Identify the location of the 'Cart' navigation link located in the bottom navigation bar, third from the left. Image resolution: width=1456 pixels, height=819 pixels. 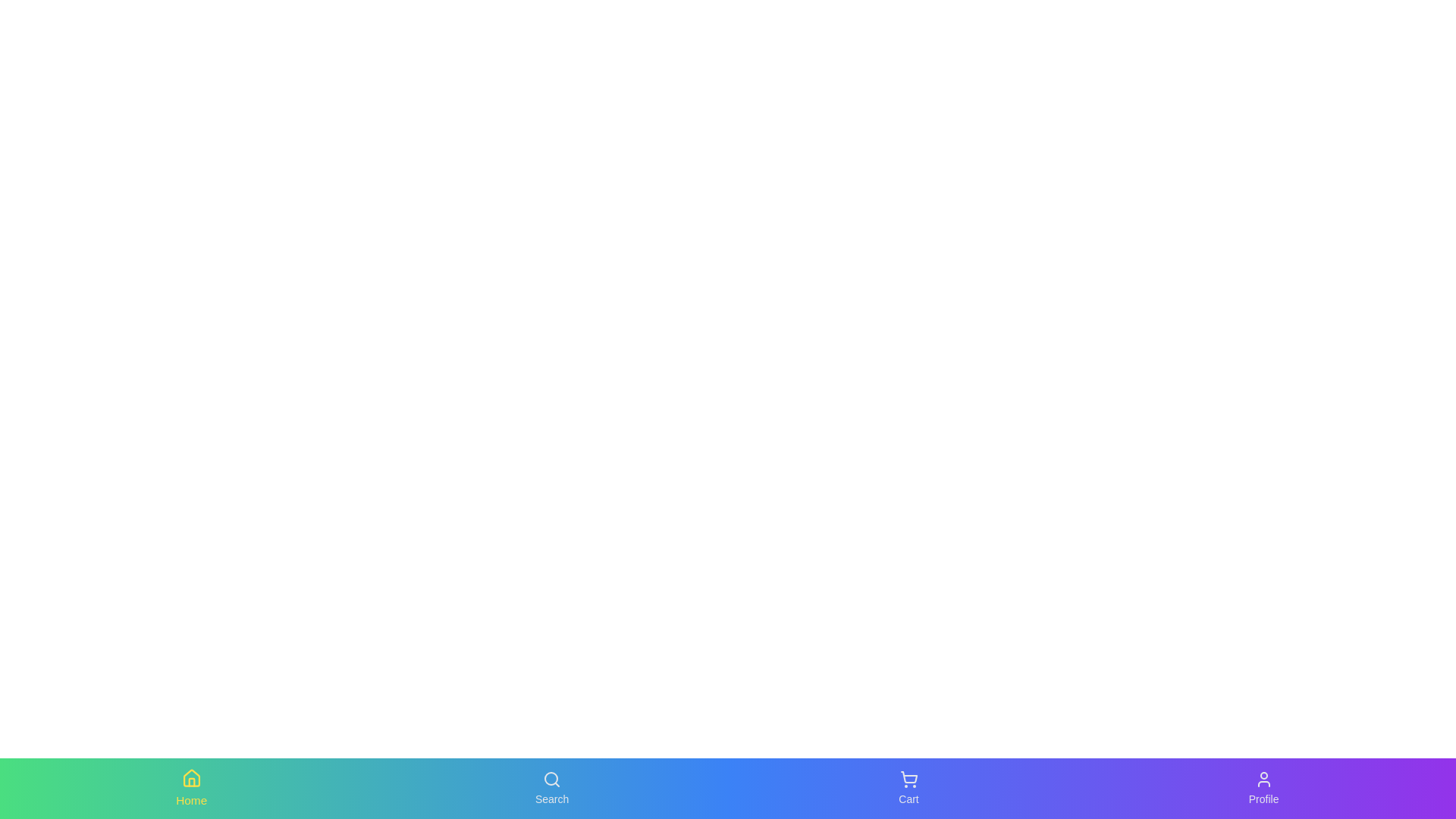
(908, 788).